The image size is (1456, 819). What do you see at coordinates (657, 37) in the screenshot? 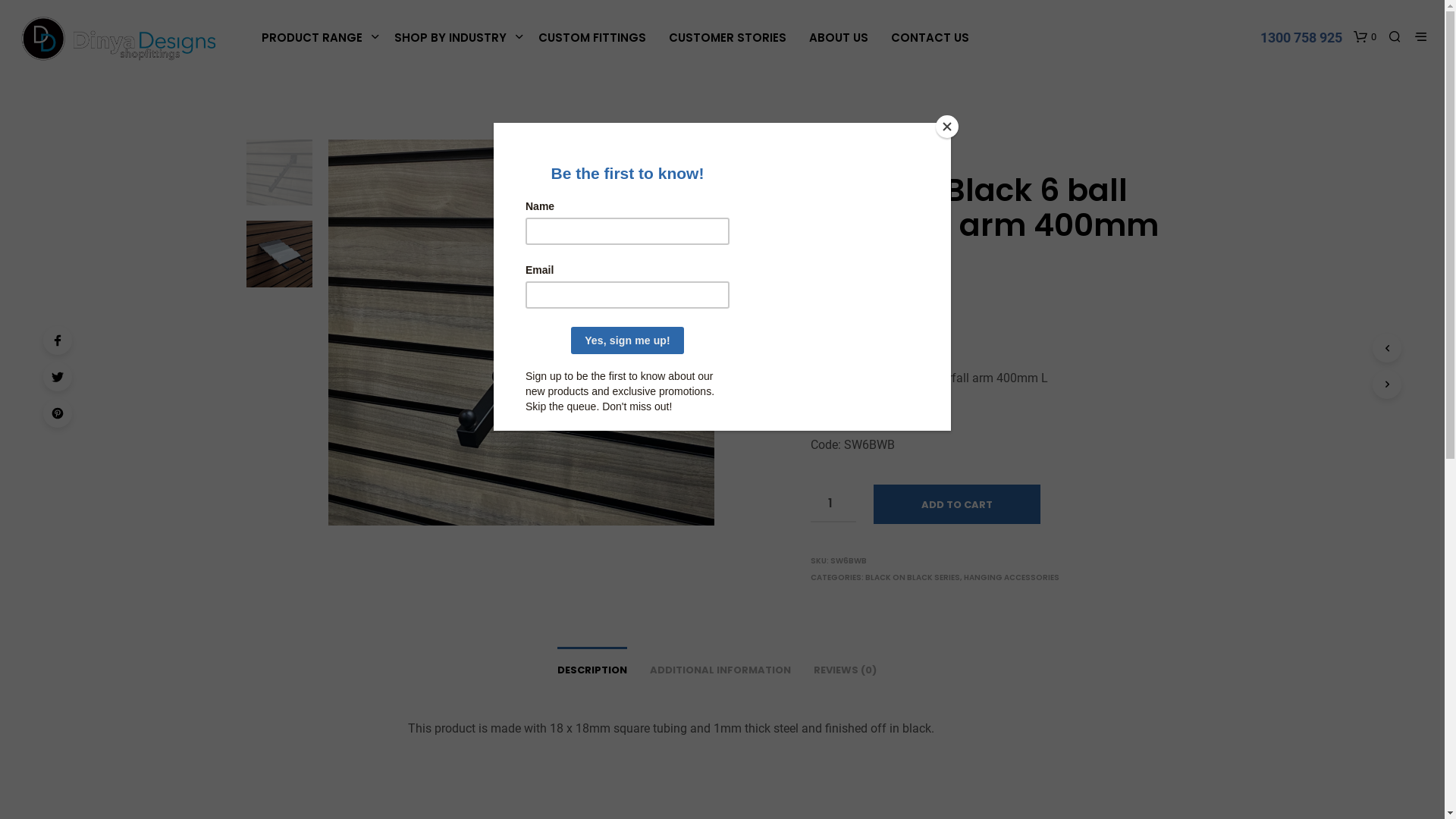
I see `'CUSTOMER STORIES'` at bounding box center [657, 37].